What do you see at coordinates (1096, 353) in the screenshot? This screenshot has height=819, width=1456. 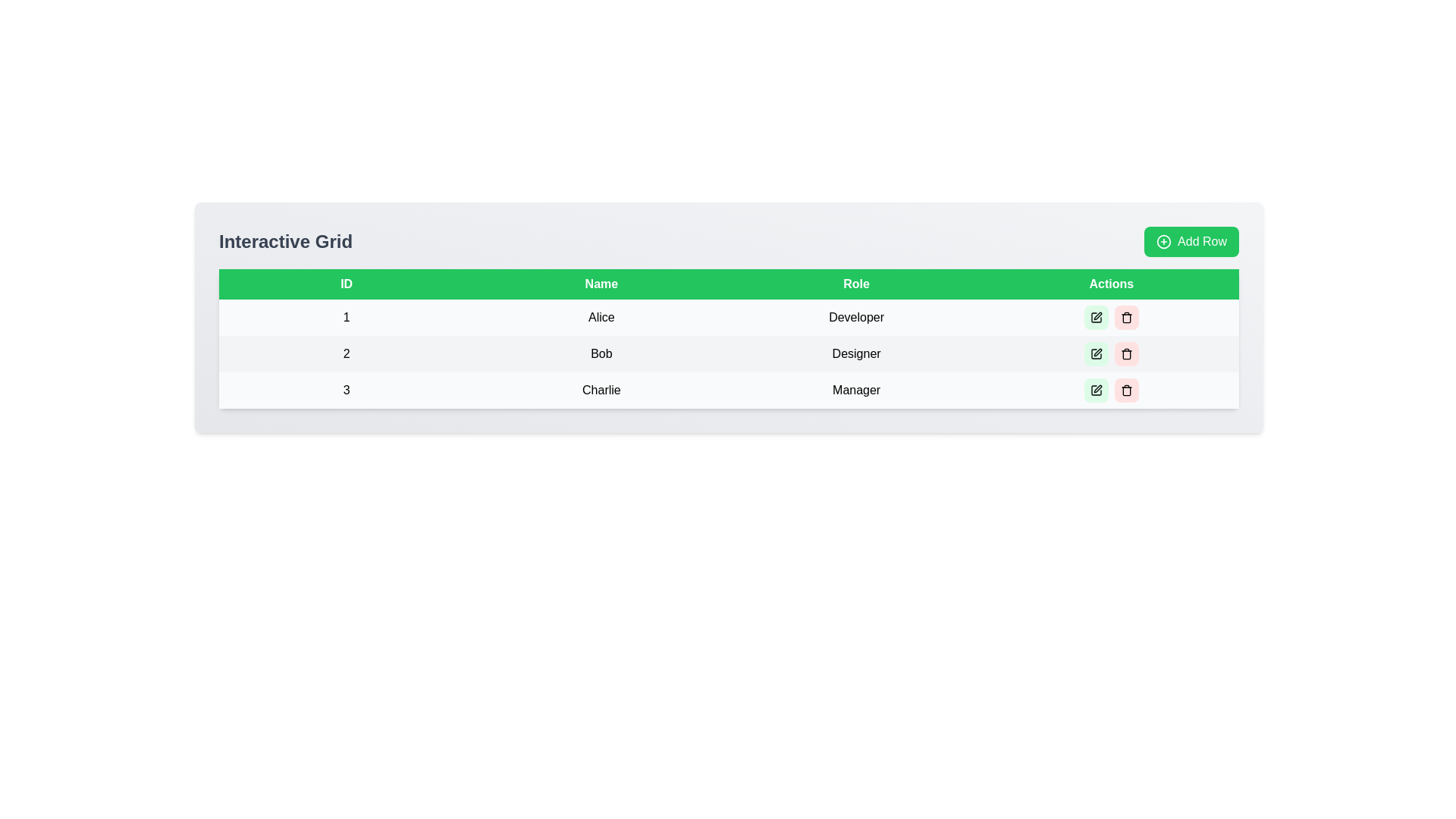 I see `the green rounded button with a pen icon, located in the 'Actions' column of the second row` at bounding box center [1096, 353].